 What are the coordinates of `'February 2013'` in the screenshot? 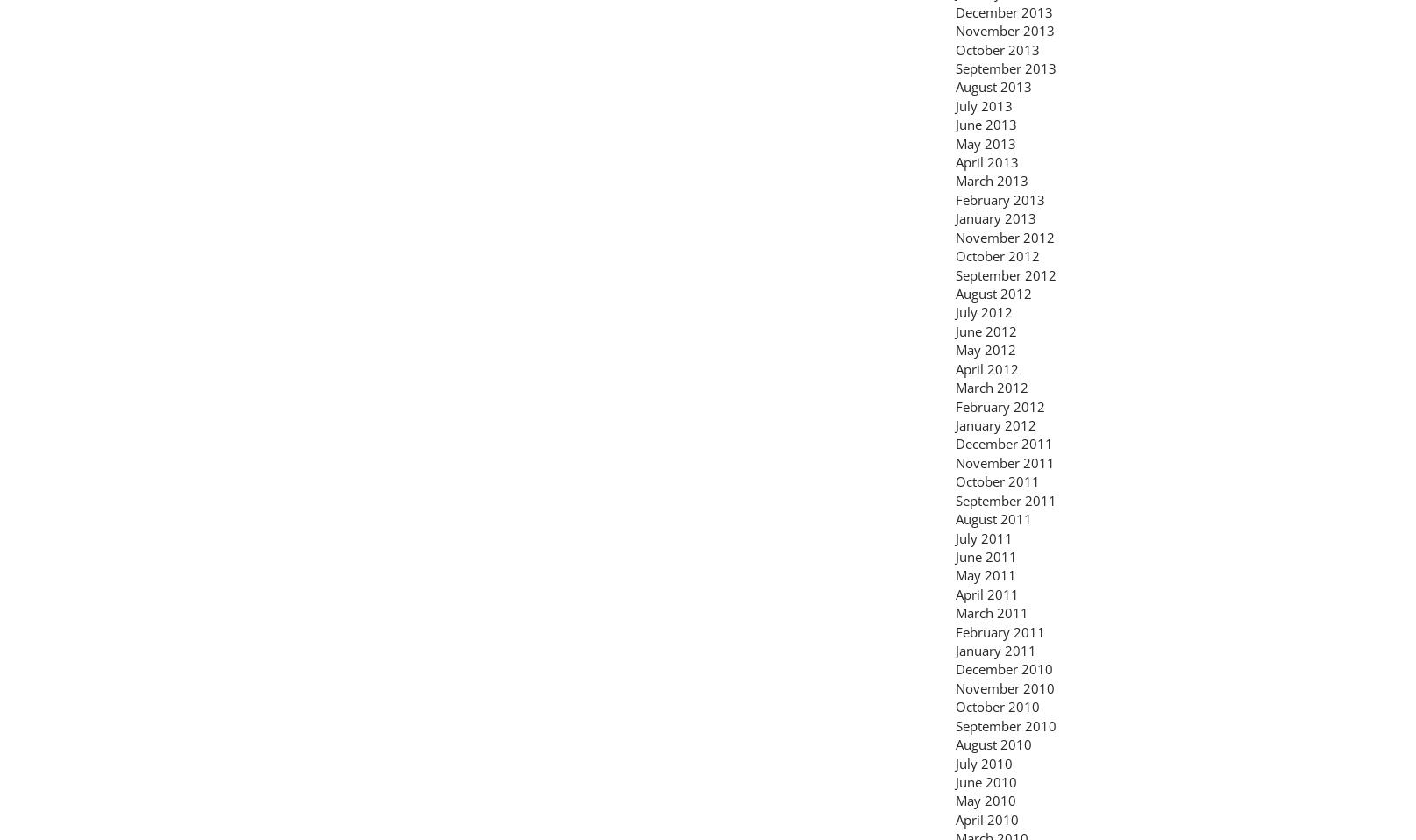 It's located at (1000, 198).